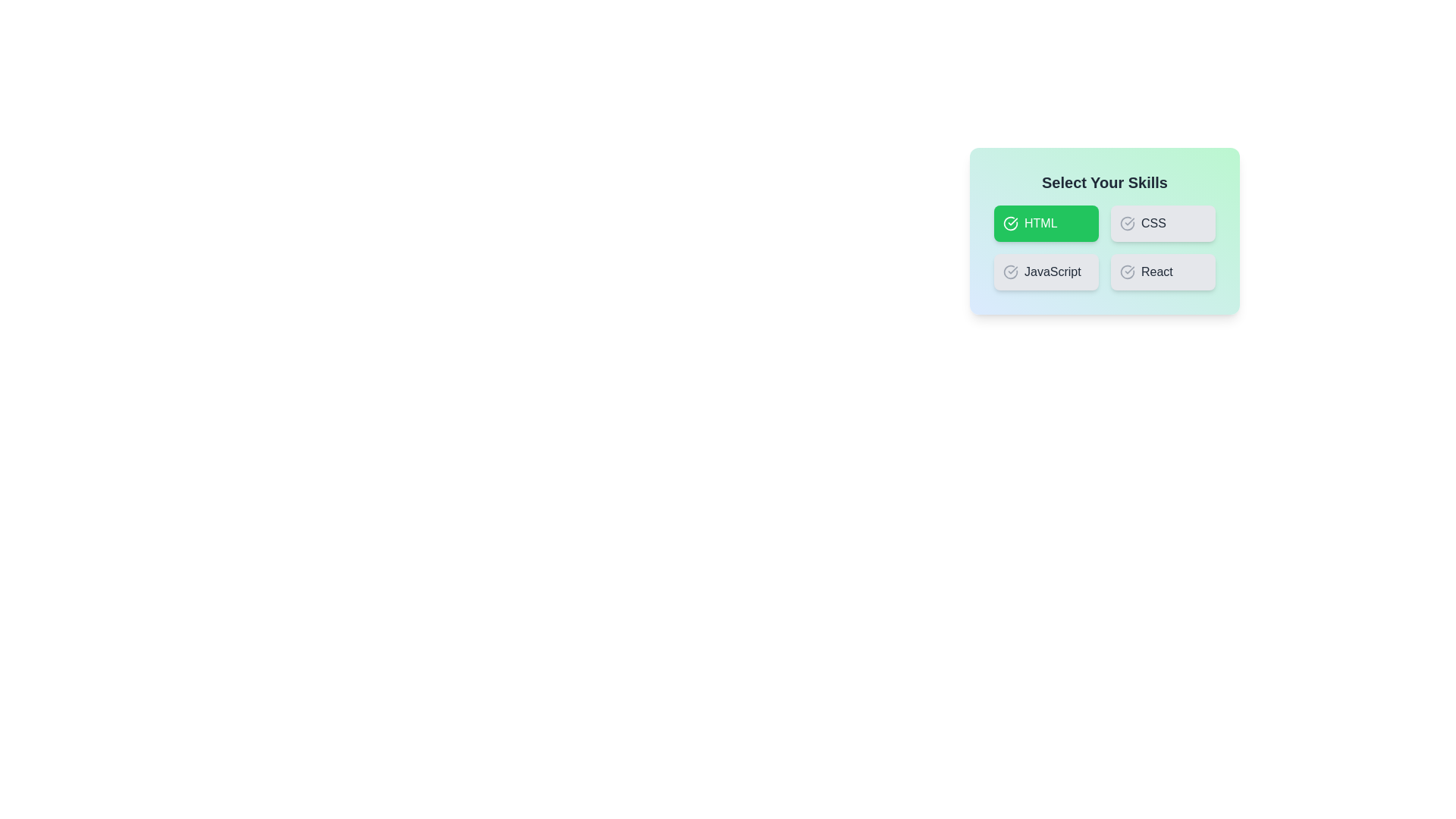 The image size is (1456, 819). What do you see at coordinates (1163, 271) in the screenshot?
I see `the skill React to observe visual feedback` at bounding box center [1163, 271].